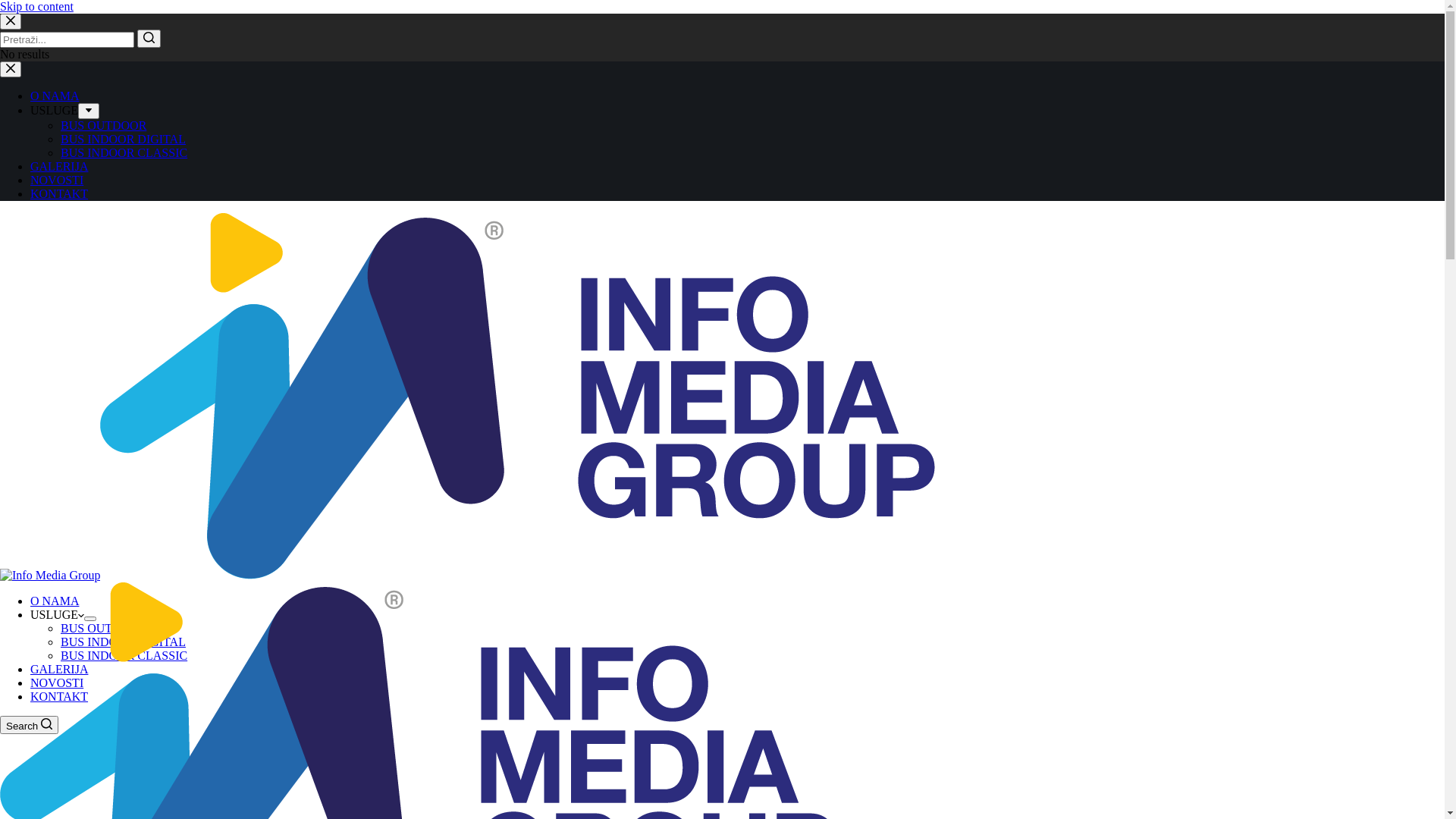 The image size is (1456, 819). Describe the element at coordinates (30, 166) in the screenshot. I see `'GALERIJA'` at that location.